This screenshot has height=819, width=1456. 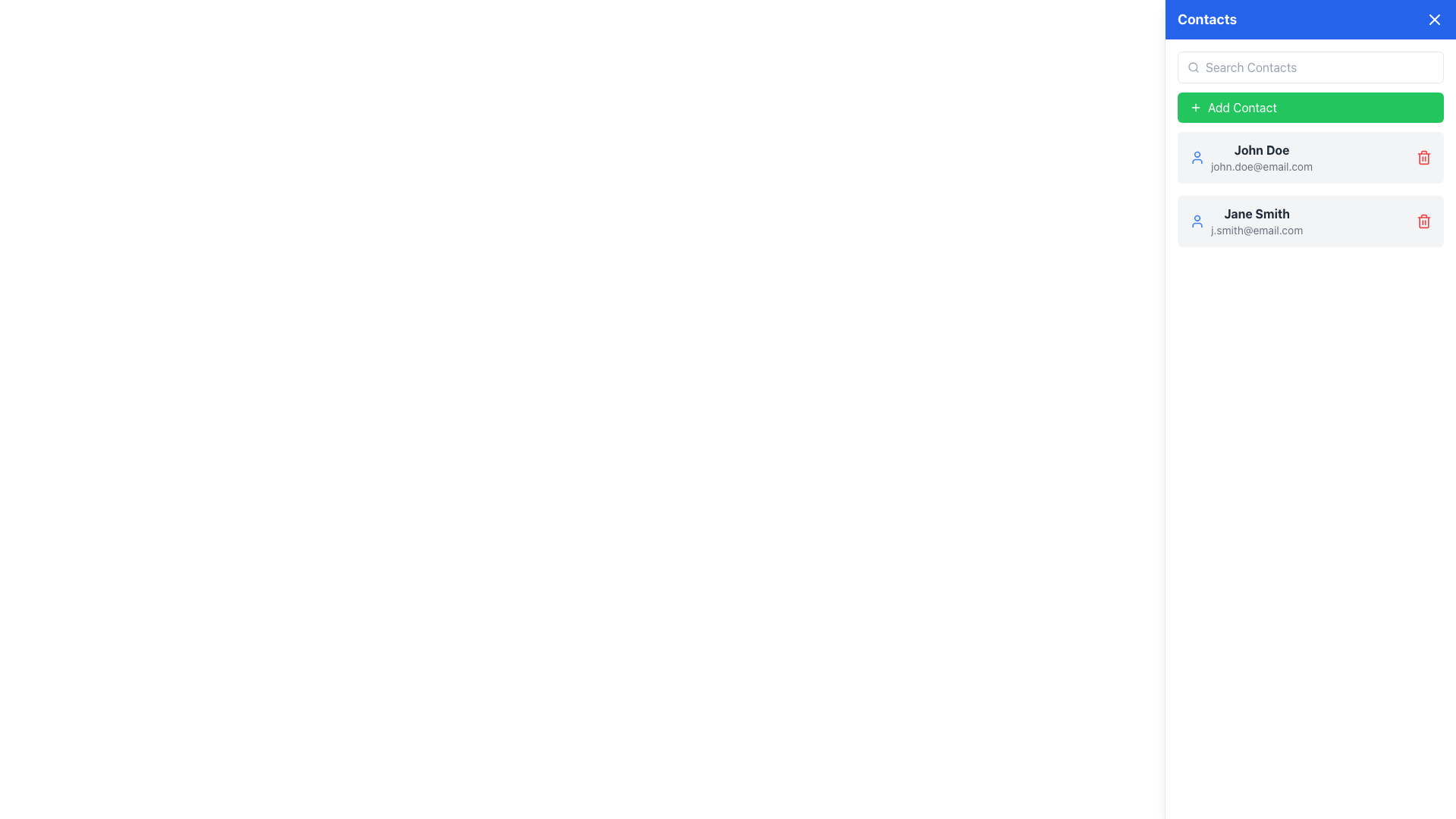 I want to click on the 'Add Contact' icon located in the top right sidebar, so click(x=1195, y=107).